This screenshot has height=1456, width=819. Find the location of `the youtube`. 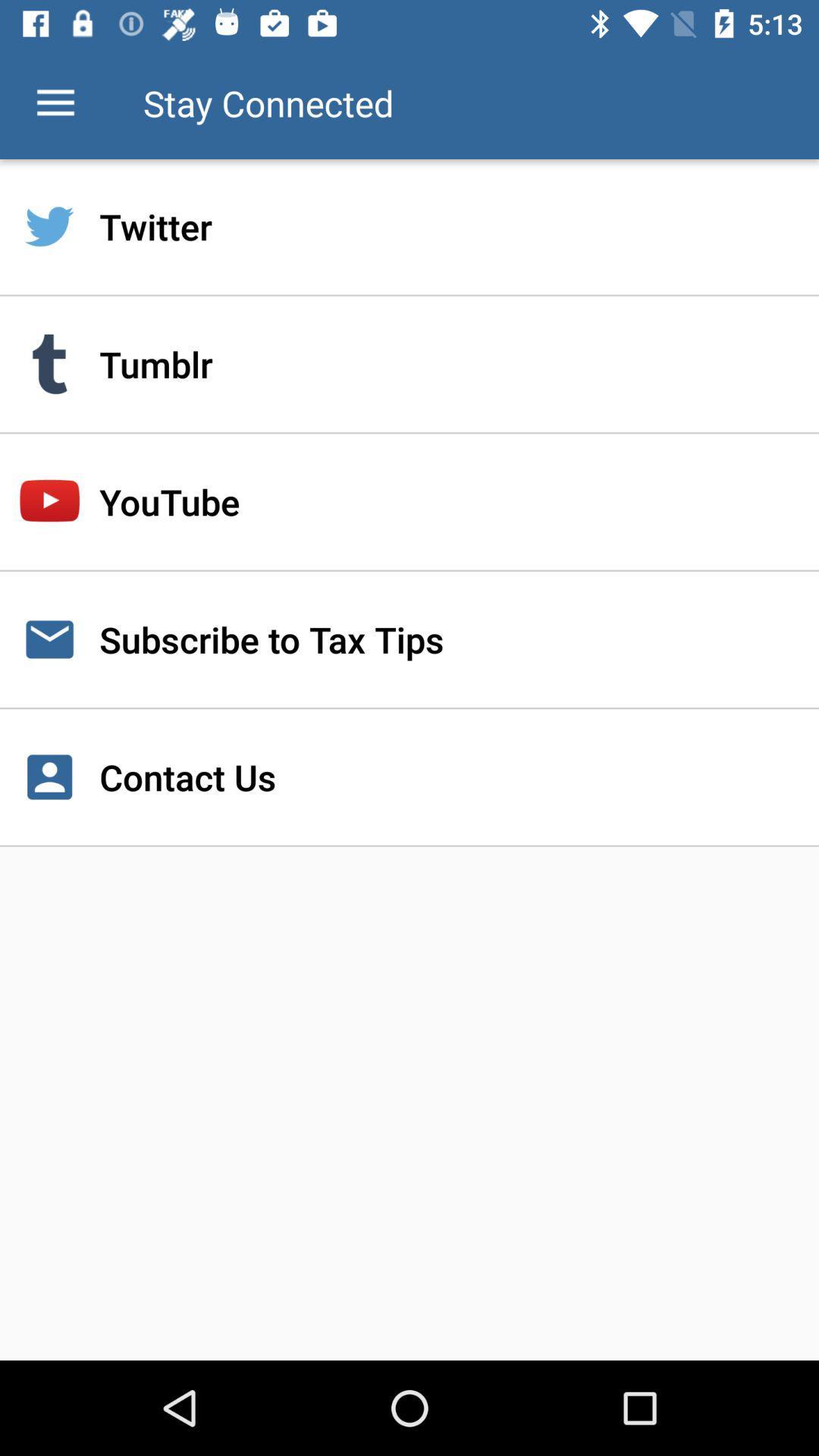

the youtube is located at coordinates (409, 502).